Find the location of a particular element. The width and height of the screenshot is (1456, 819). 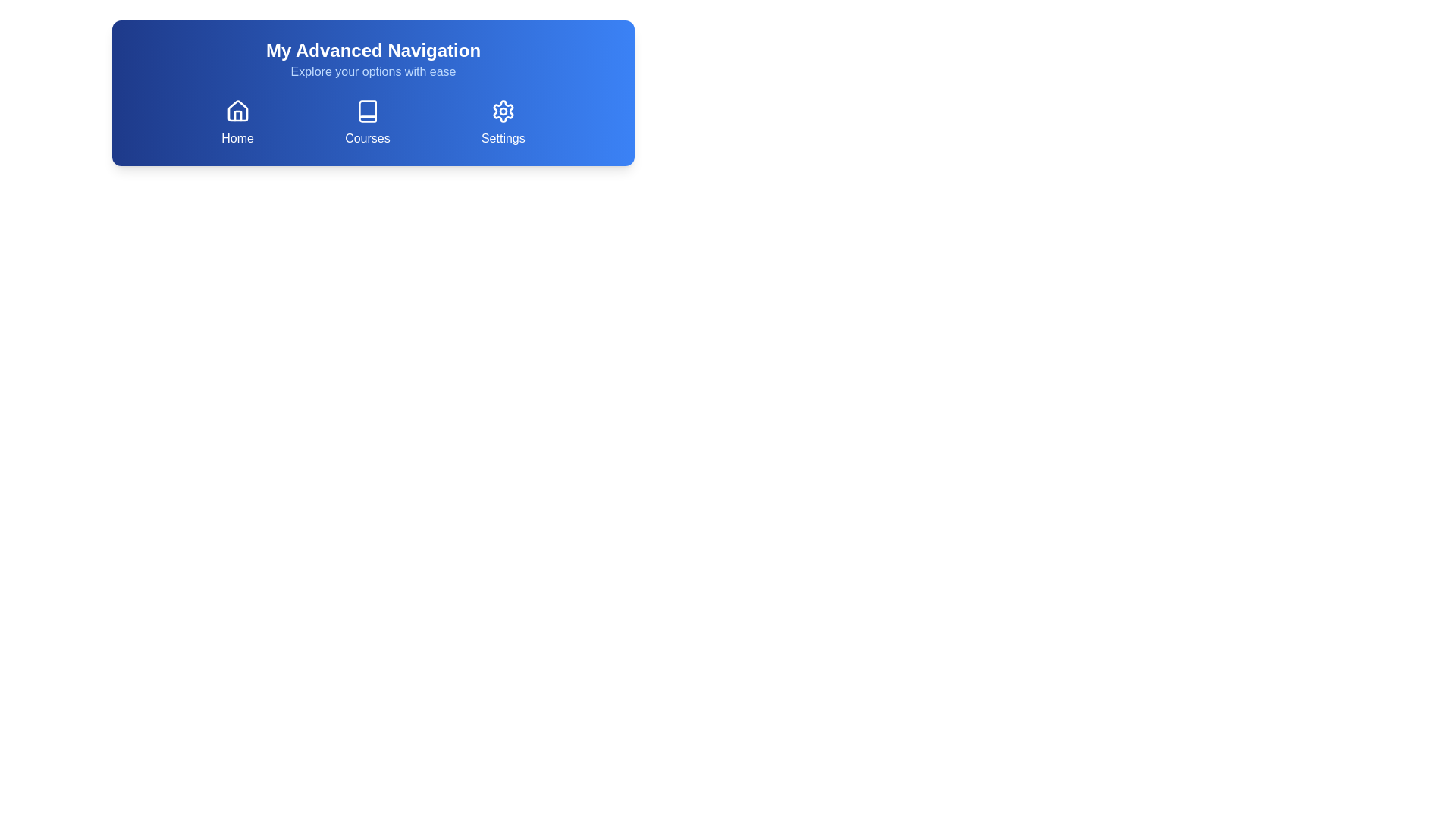

the 'Home' icon located on the leftmost side of the navigation bar is located at coordinates (237, 110).